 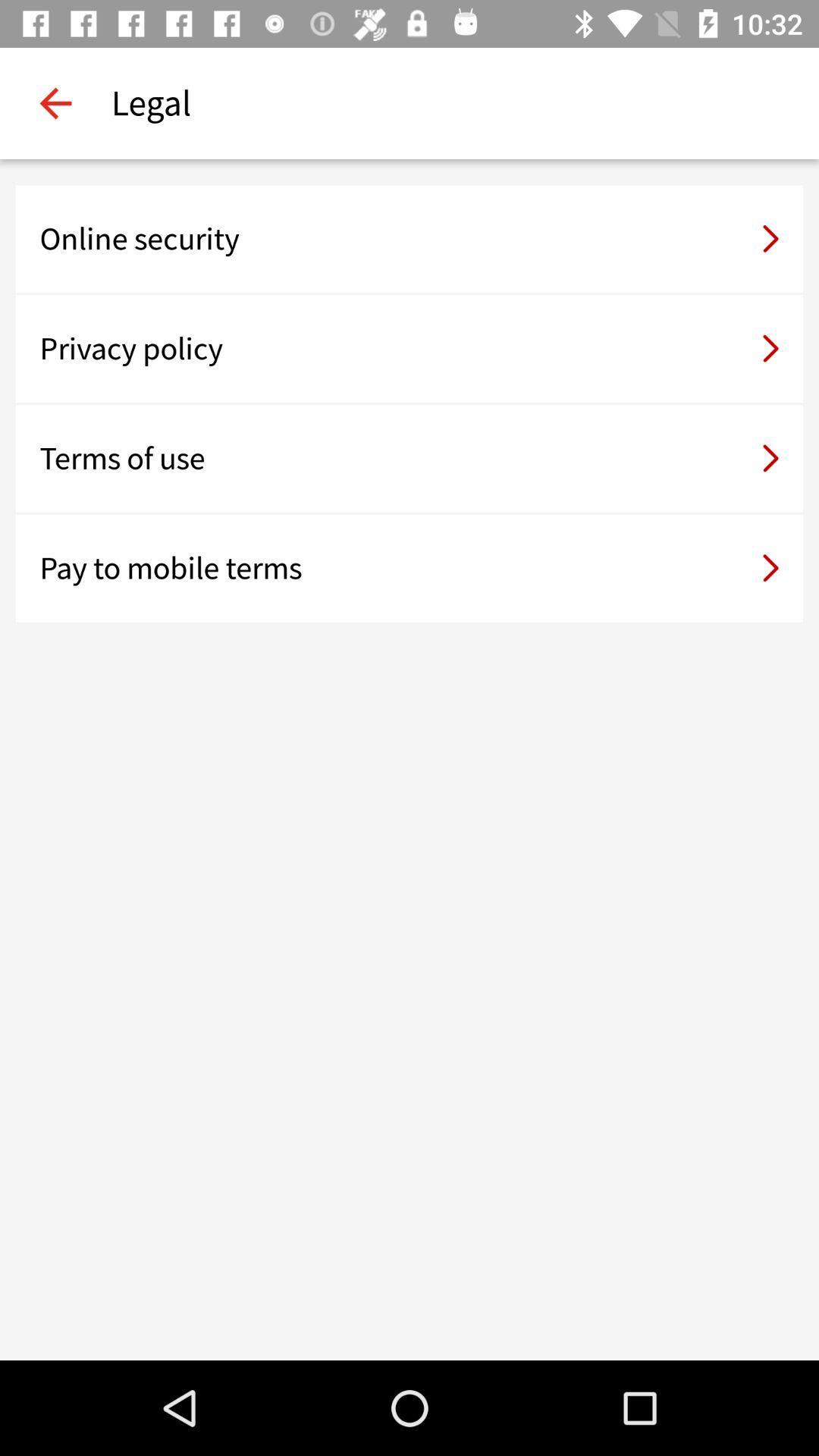 I want to click on the icon to the left of the legal app, so click(x=55, y=102).